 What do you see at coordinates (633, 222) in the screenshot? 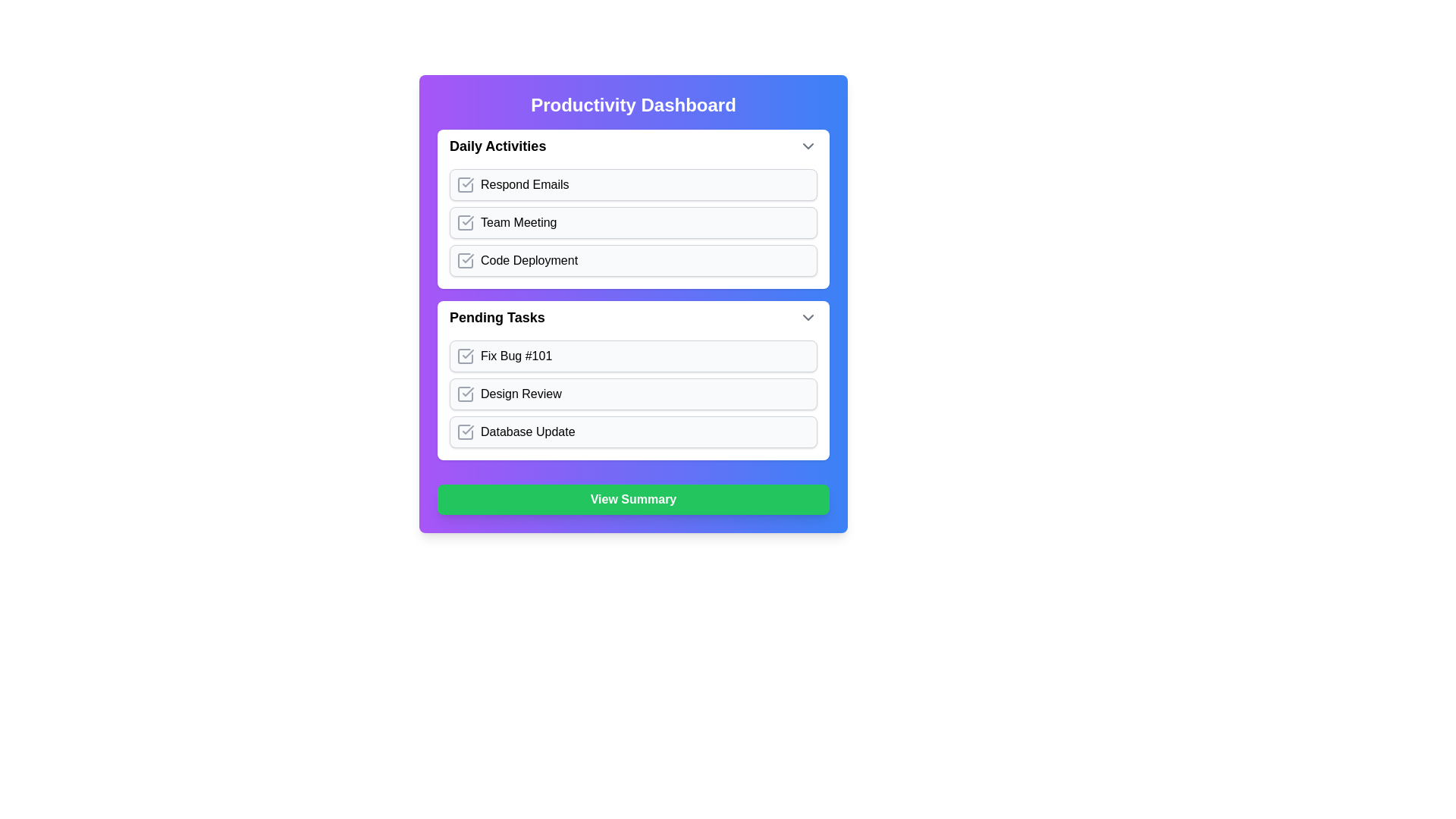
I see `the selectable task item labeled 'Team Meeting'` at bounding box center [633, 222].